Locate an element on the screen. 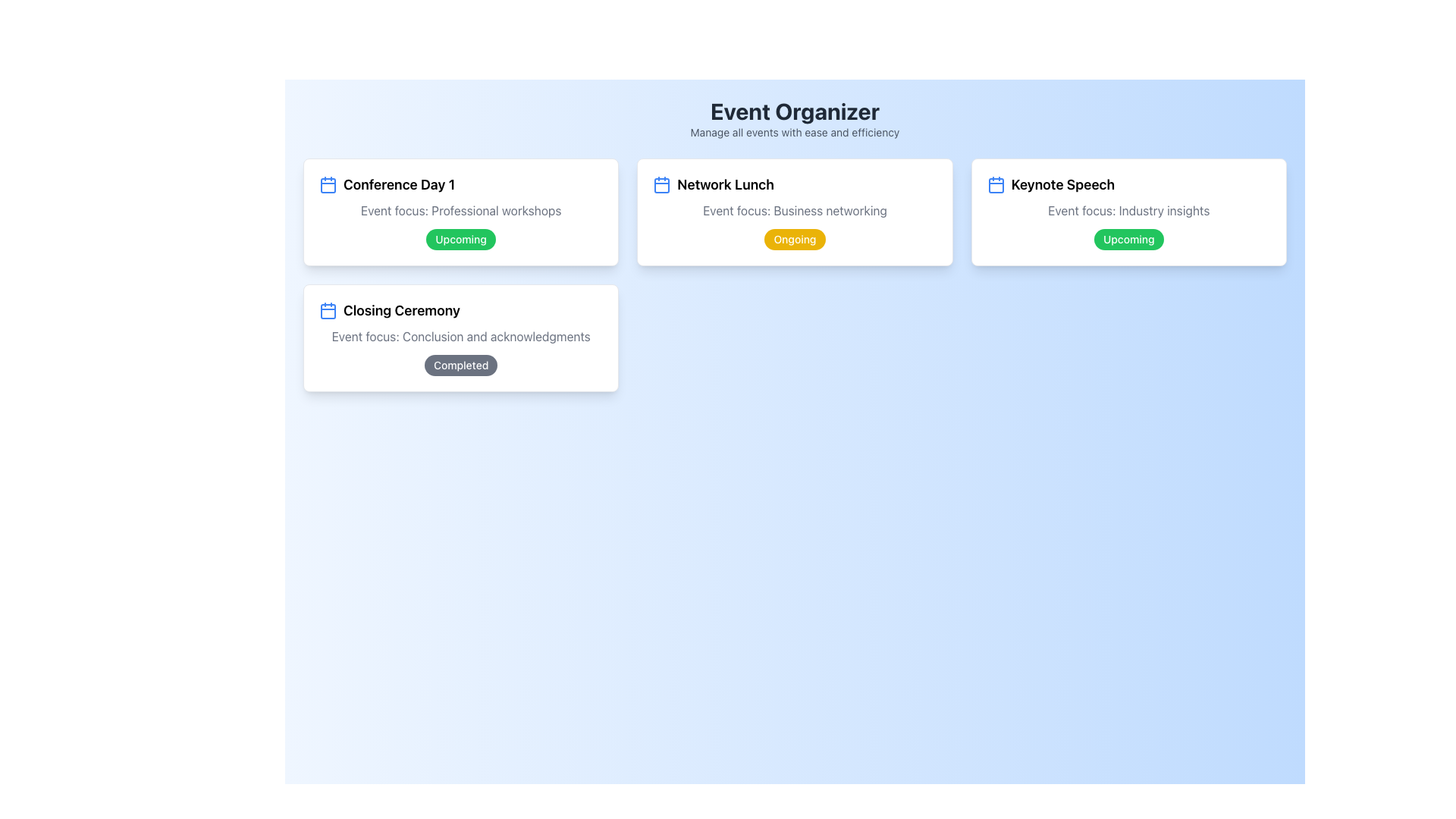 The image size is (1456, 819). the calendar icon located at the top-left corner of the 'Network Lunch' event card, next to the event title as static information is located at coordinates (662, 184).